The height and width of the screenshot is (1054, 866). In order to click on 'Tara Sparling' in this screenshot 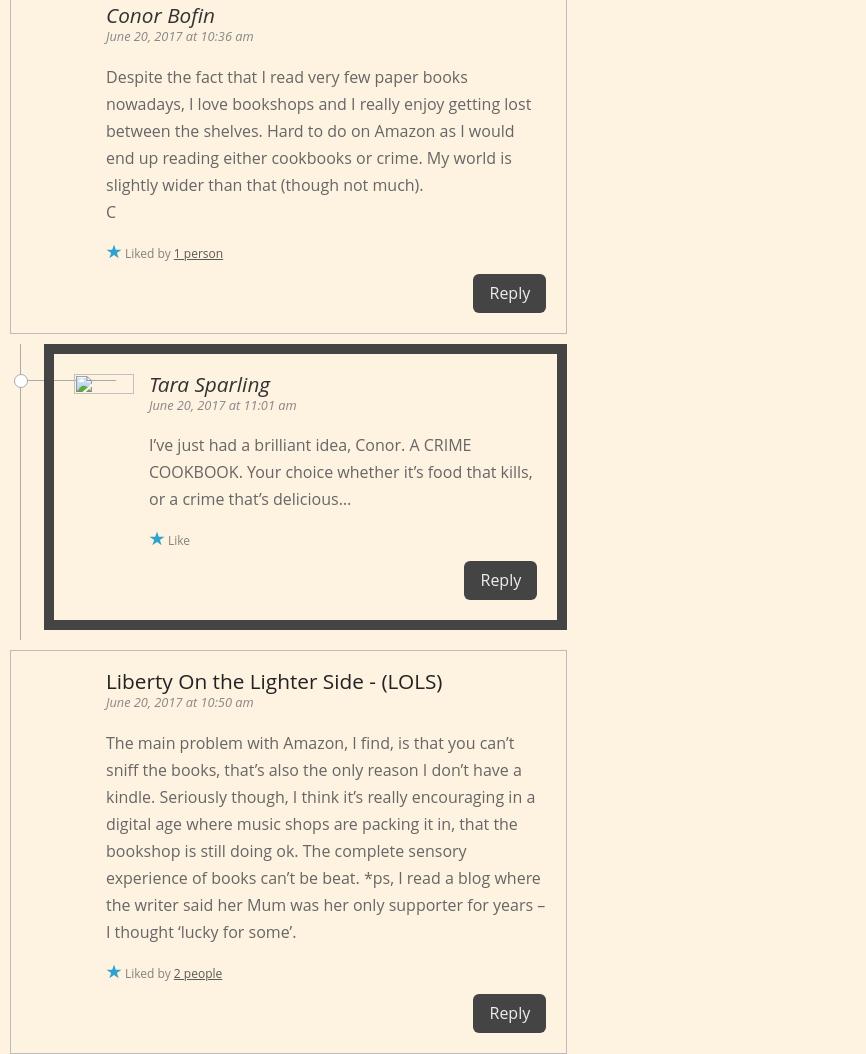, I will do `click(149, 382)`.